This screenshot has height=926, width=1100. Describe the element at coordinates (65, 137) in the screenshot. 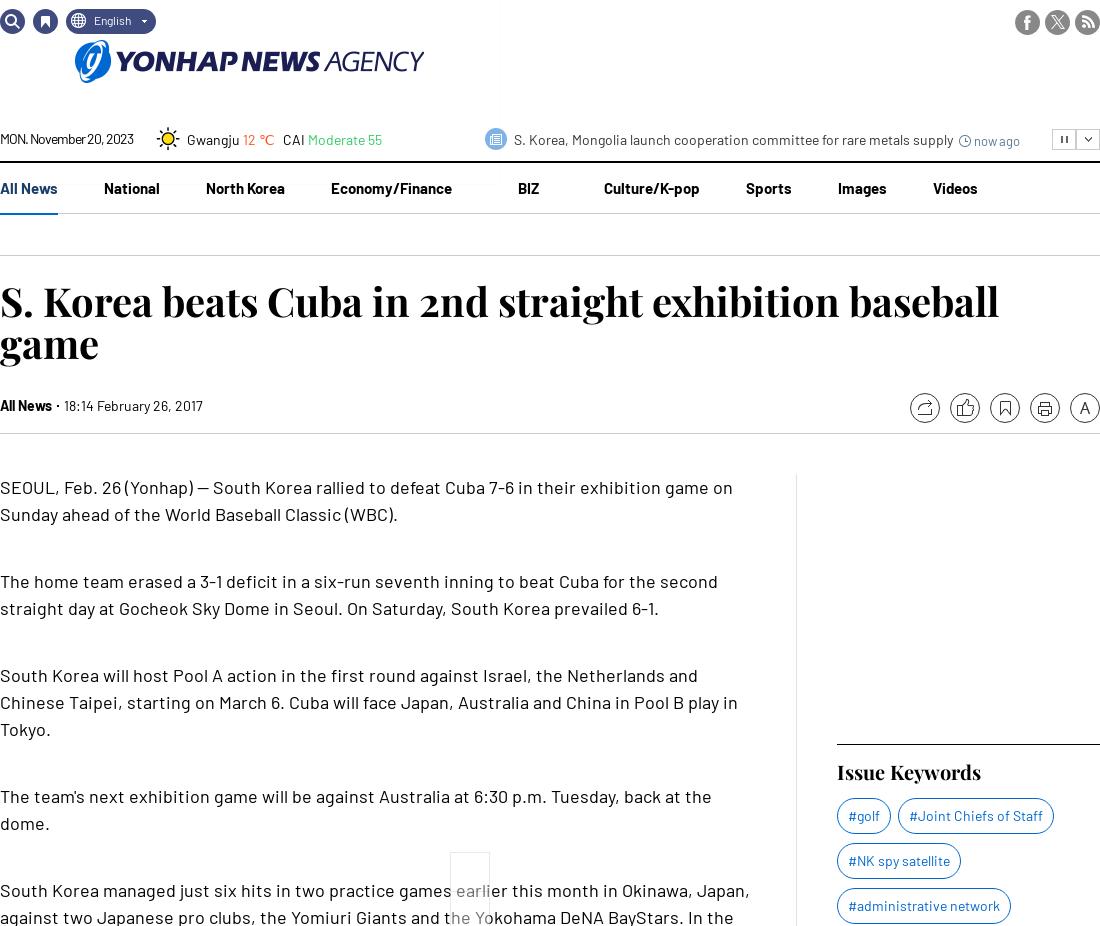

I see `'MON. November 20, 2023'` at that location.